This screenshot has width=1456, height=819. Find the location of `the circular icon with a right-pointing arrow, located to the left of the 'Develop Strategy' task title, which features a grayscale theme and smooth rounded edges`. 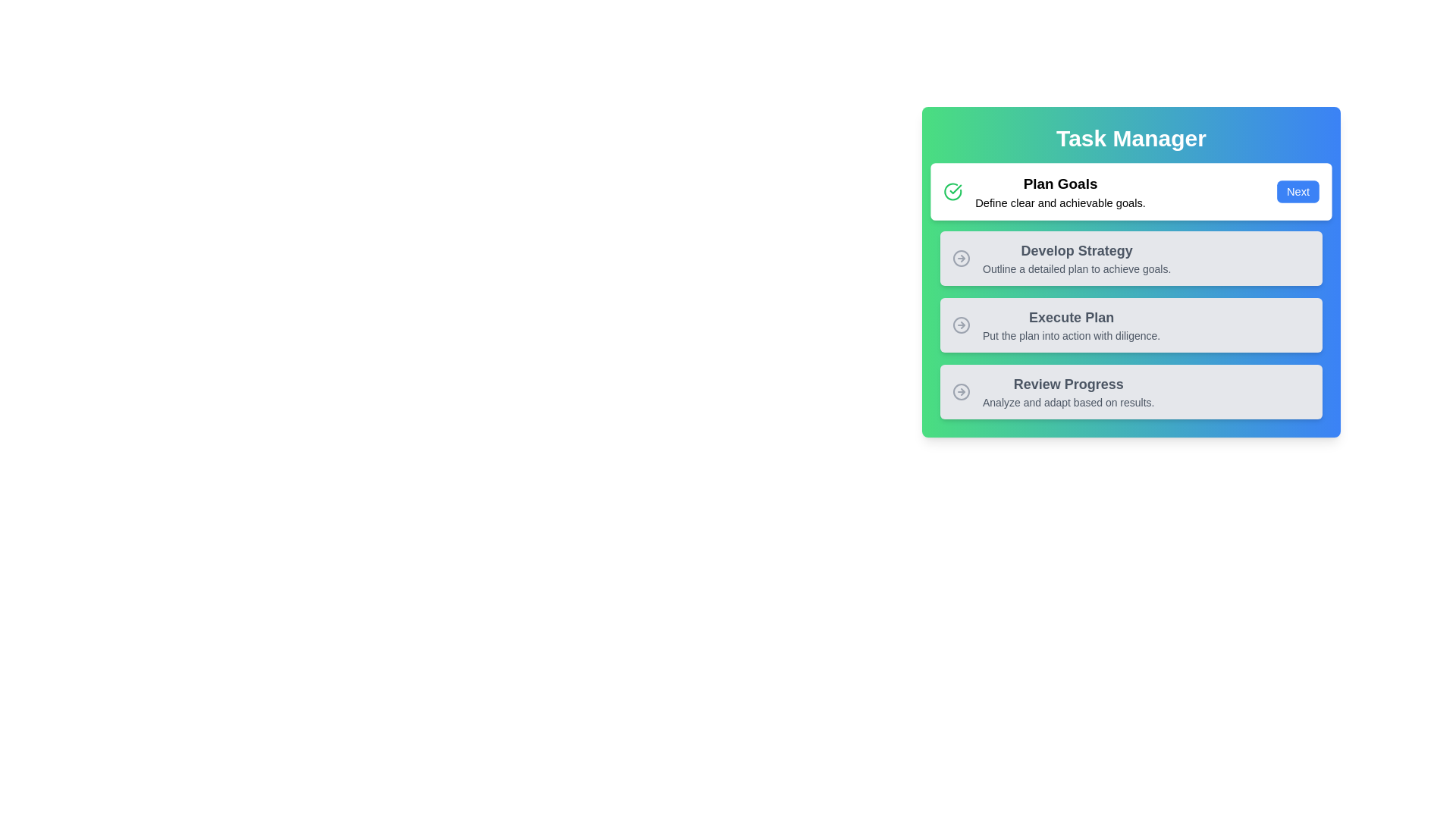

the circular icon with a right-pointing arrow, located to the left of the 'Develop Strategy' task title, which features a grayscale theme and smooth rounded edges is located at coordinates (960, 257).